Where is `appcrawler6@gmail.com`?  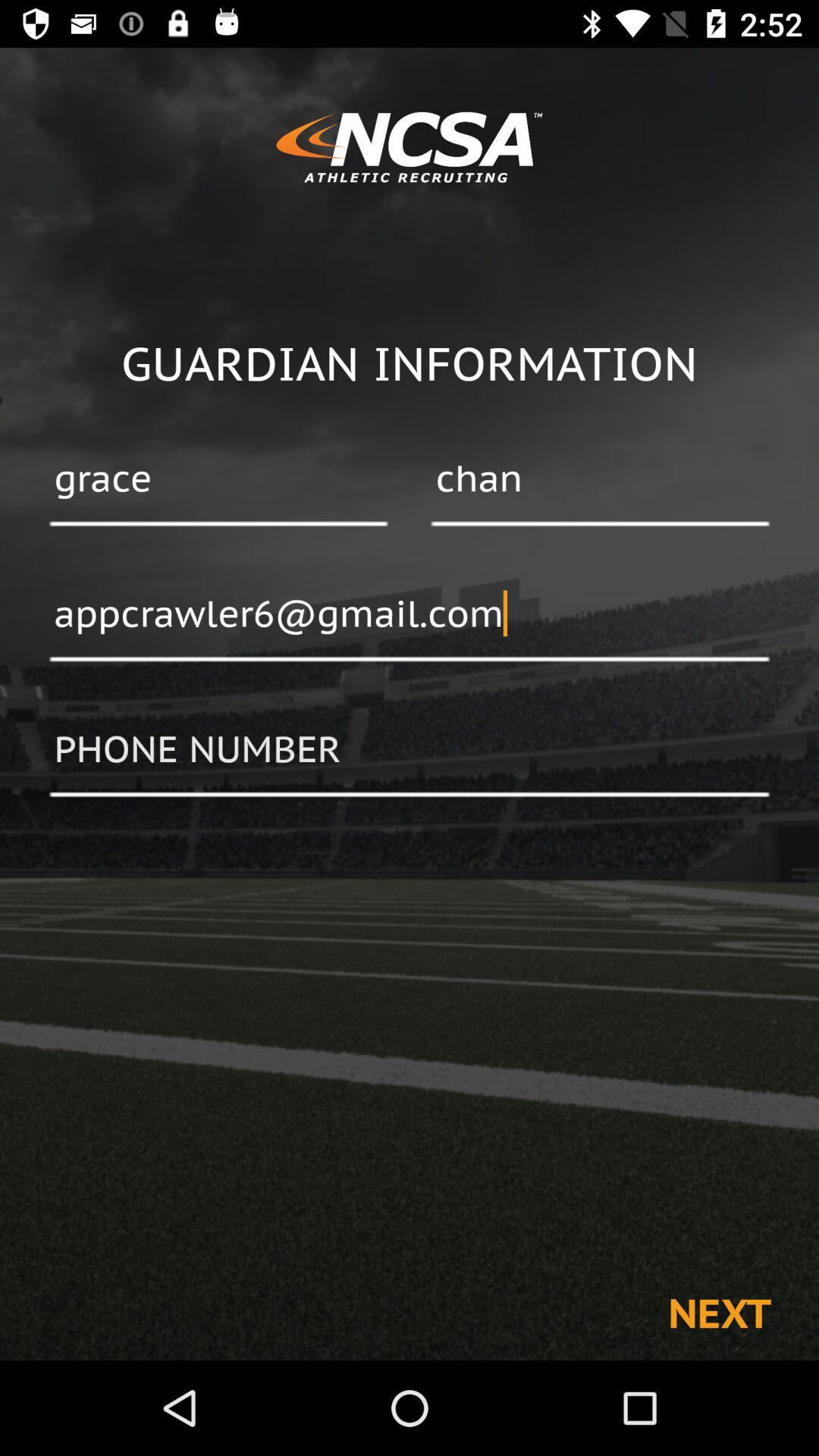 appcrawler6@gmail.com is located at coordinates (409, 615).